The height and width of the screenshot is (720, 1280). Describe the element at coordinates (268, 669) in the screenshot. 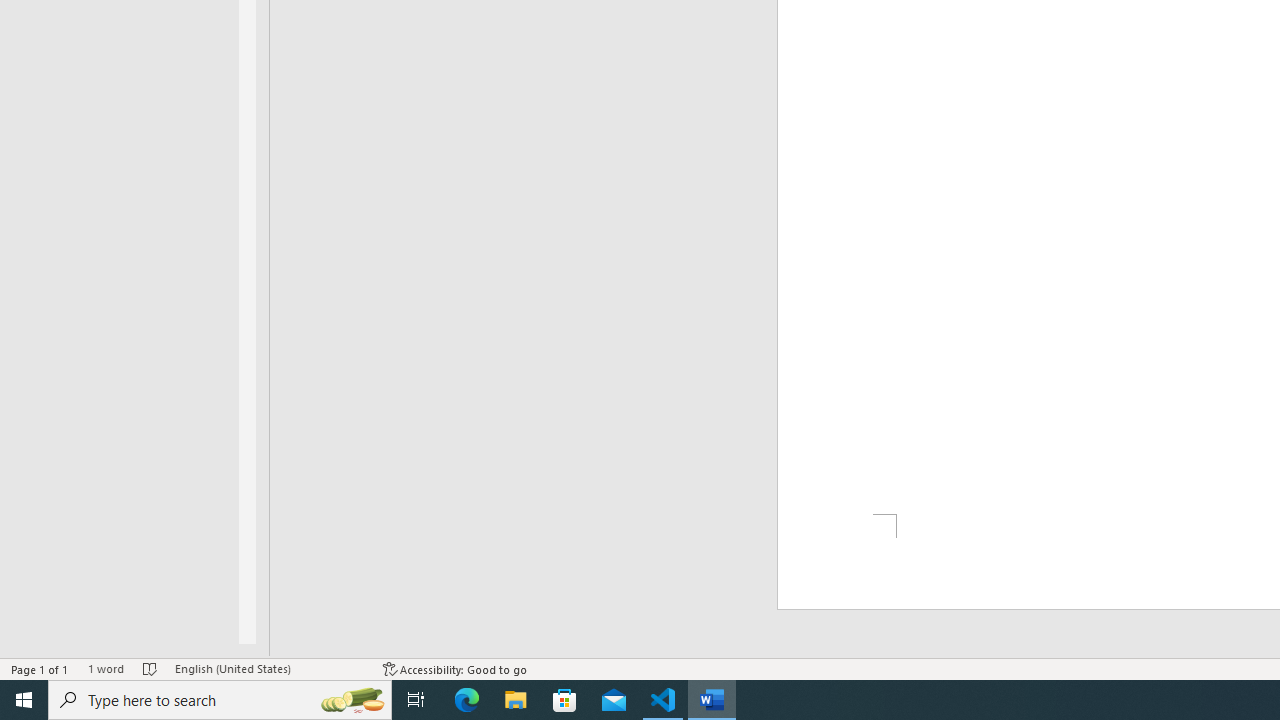

I see `'Language English (United States)'` at that location.